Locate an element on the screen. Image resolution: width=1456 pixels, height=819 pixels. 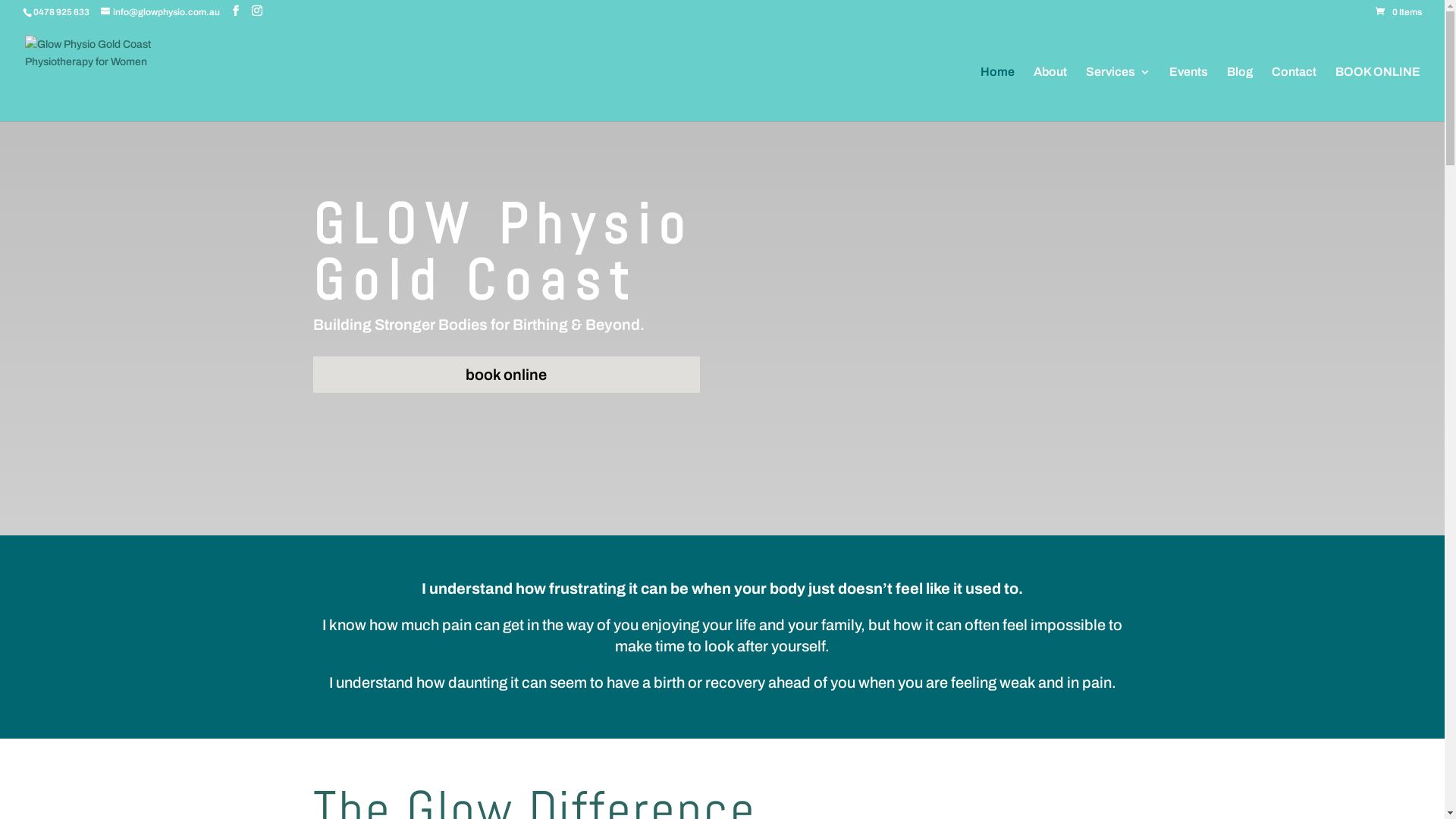
'About' is located at coordinates (1050, 93).